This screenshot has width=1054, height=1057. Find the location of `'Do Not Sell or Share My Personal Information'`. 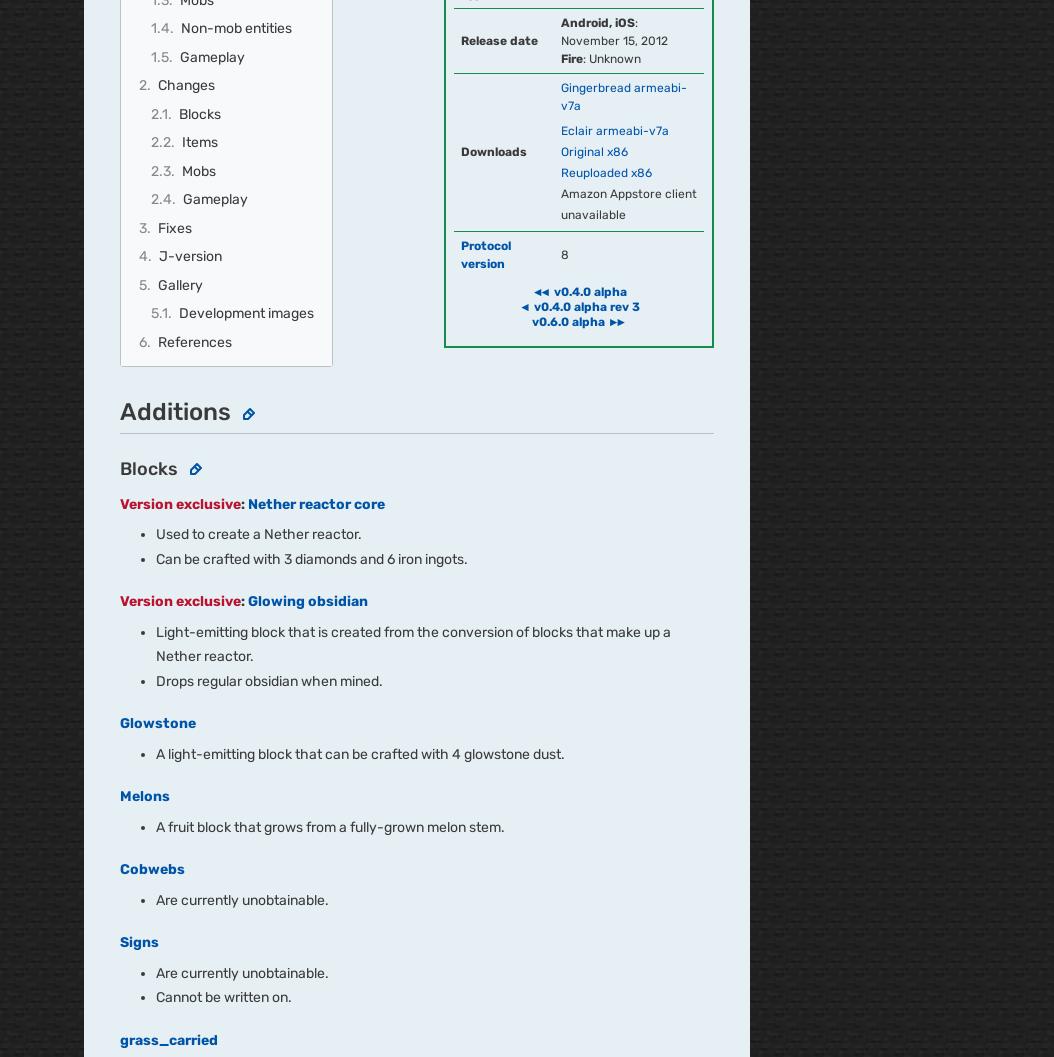

'Do Not Sell or Share My Personal Information' is located at coordinates (574, 818).